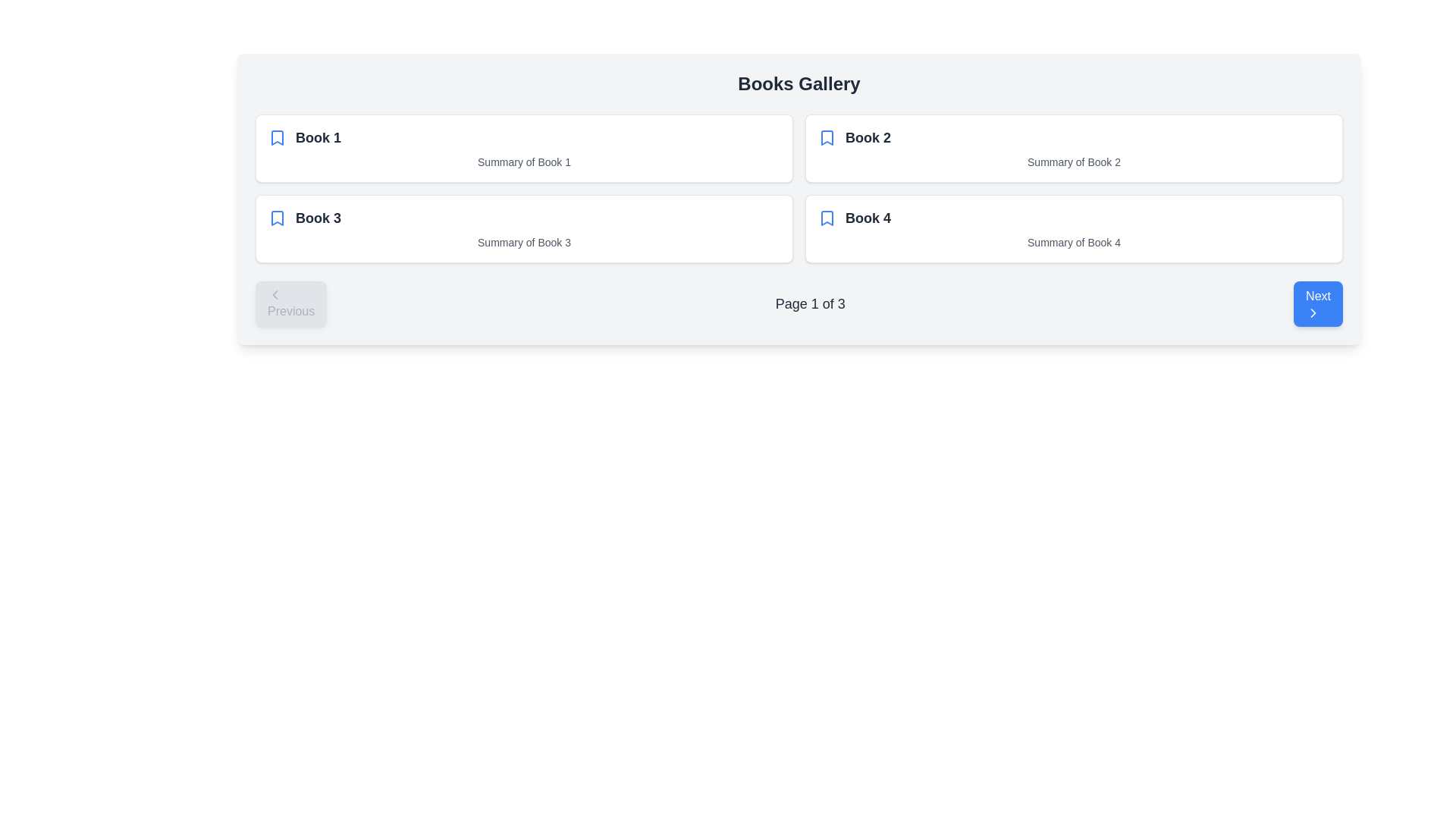  I want to click on the bold text element reading 'Books Gallery', which is centrally positioned at the top of the interface and styled in a large dark gray font, so click(799, 84).